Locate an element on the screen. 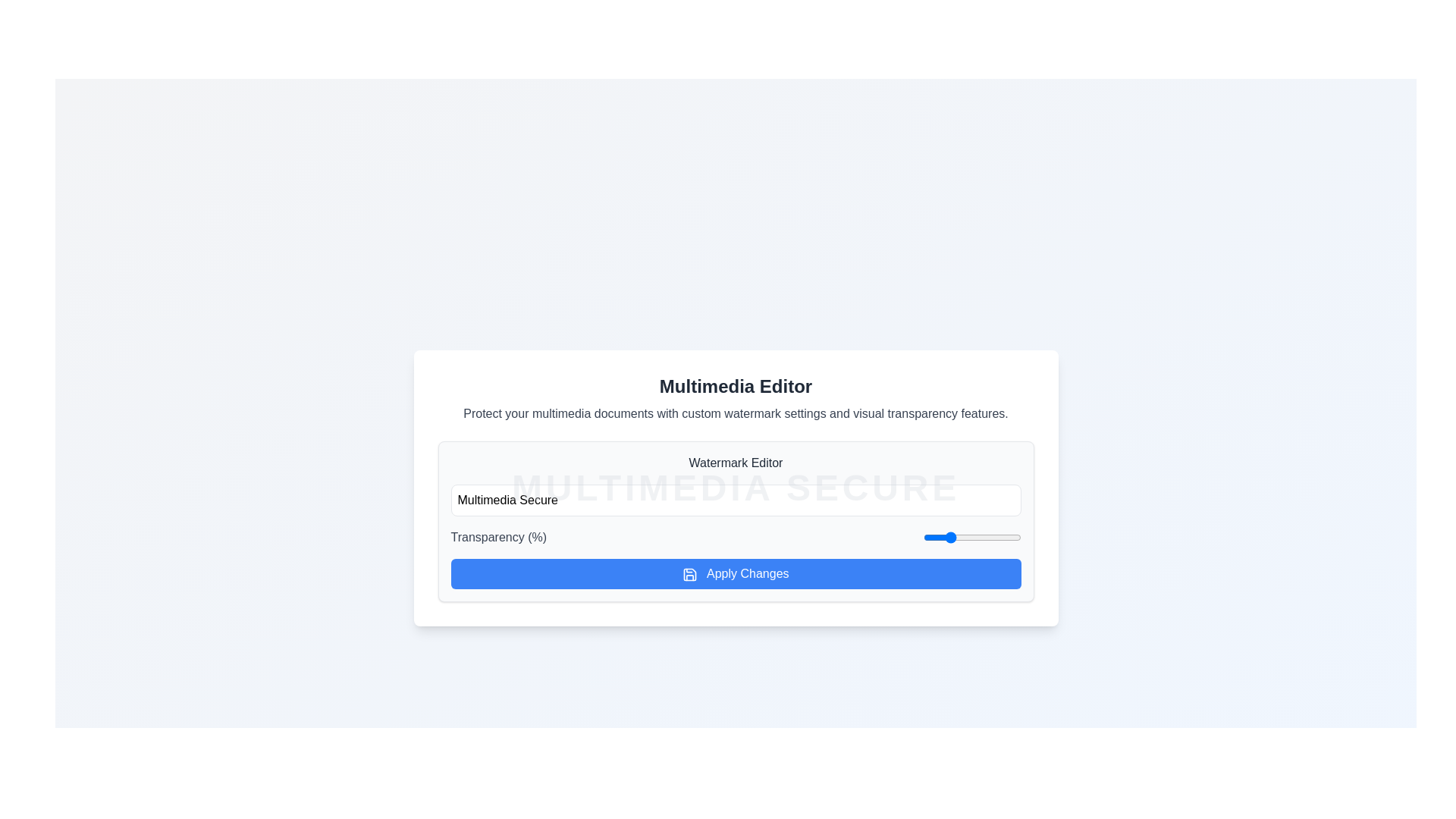 The image size is (1456, 819). transparency is located at coordinates (971, 537).